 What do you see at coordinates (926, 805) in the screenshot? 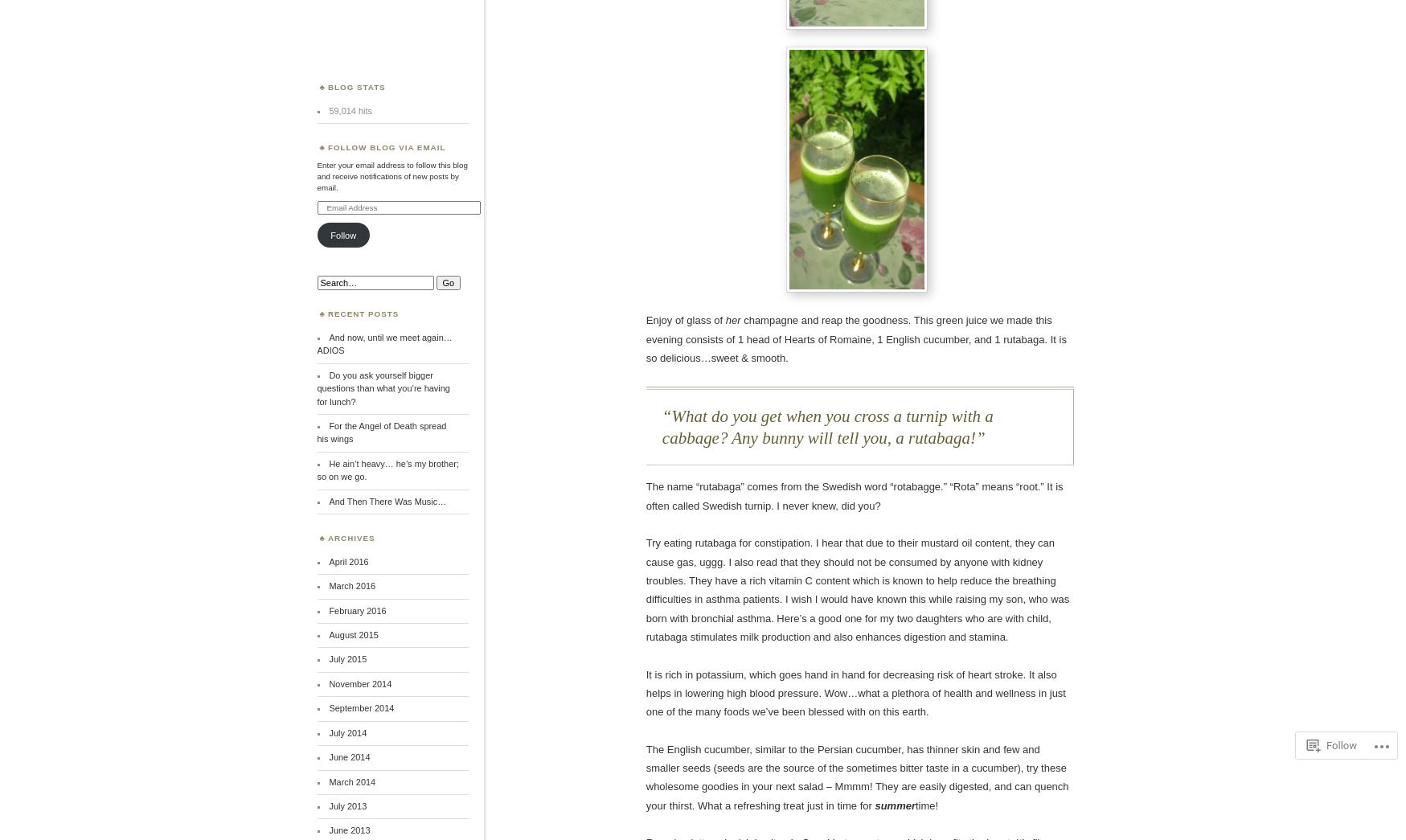
I see `'time!'` at bounding box center [926, 805].